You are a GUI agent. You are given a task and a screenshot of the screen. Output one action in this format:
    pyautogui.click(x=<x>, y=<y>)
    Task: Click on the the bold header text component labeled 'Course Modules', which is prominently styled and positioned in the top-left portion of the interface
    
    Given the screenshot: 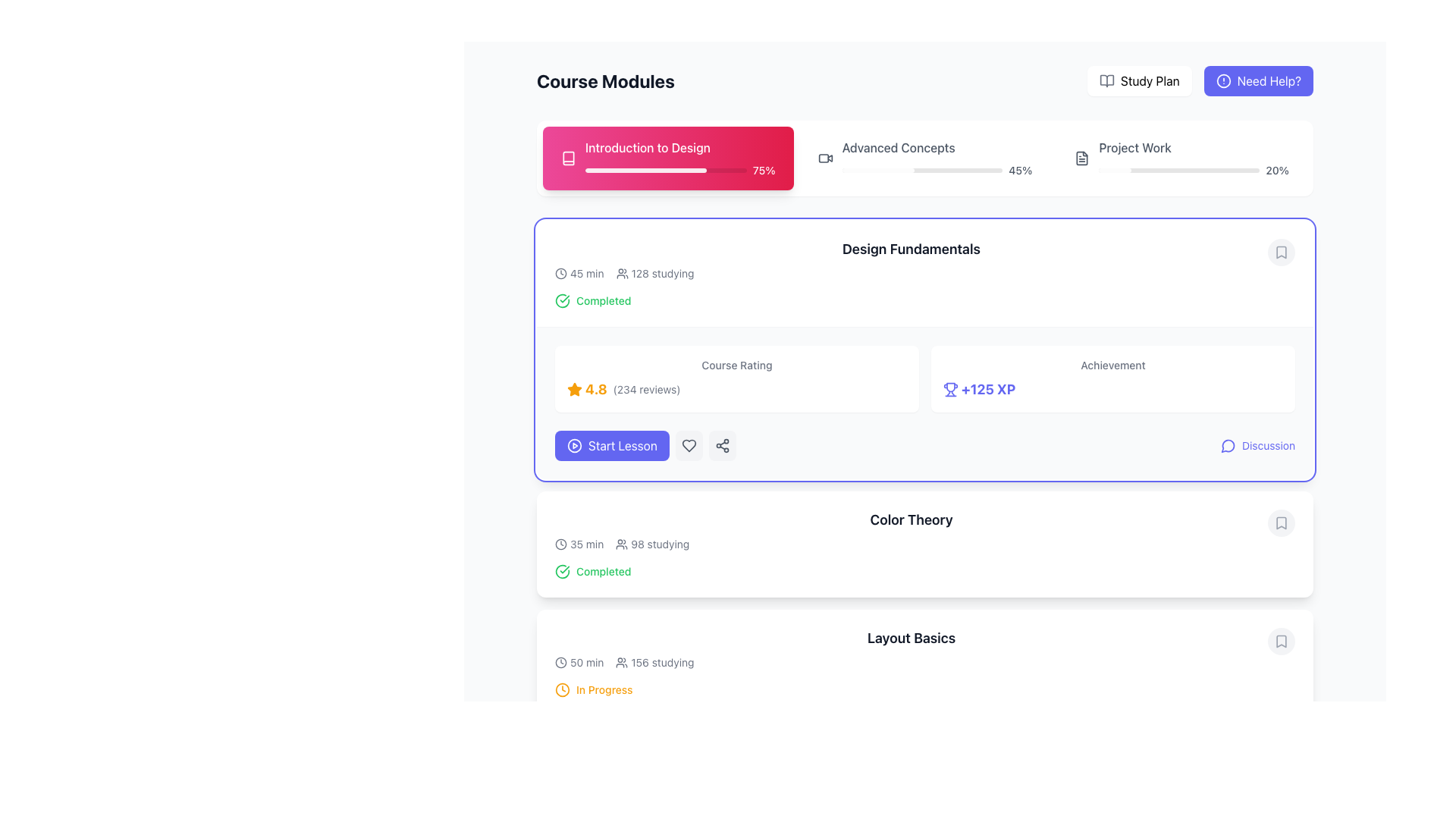 What is the action you would take?
    pyautogui.click(x=604, y=81)
    